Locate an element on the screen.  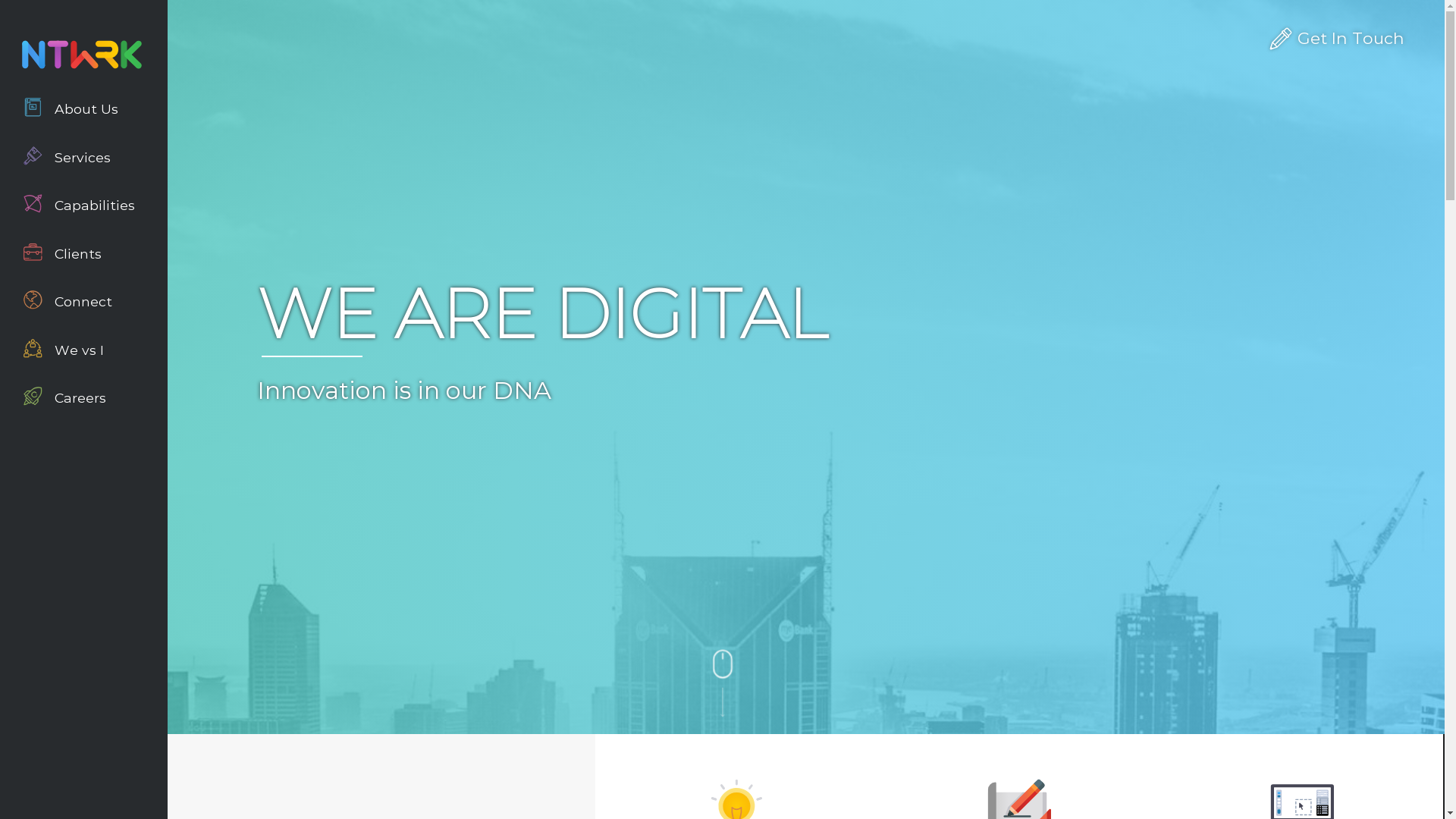
'About Us' is located at coordinates (83, 108).